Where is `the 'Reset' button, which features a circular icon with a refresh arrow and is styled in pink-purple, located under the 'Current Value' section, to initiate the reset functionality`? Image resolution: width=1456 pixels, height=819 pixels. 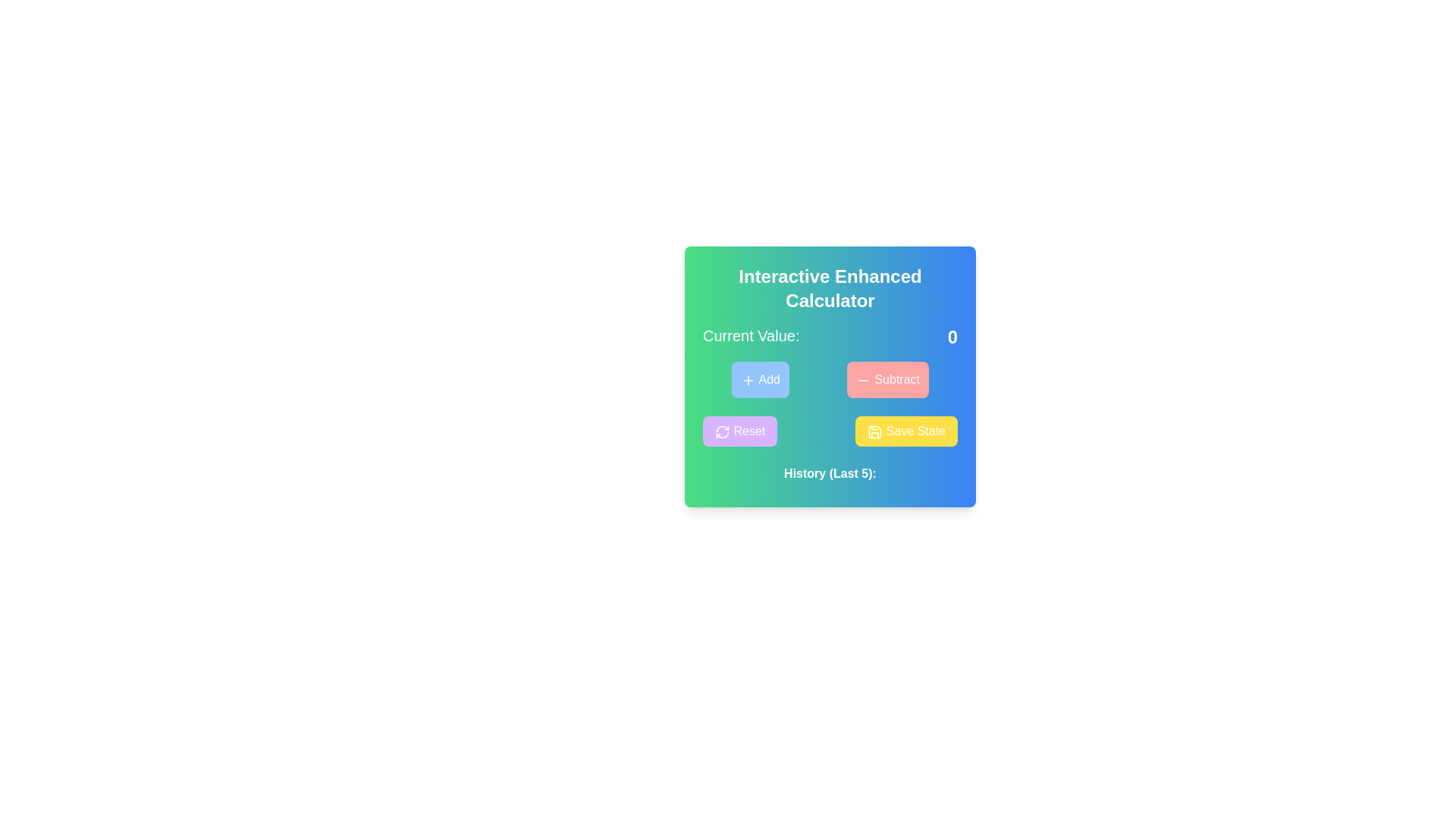
the 'Reset' button, which features a circular icon with a refresh arrow and is styled in pink-purple, located under the 'Current Value' section, to initiate the reset functionality is located at coordinates (722, 431).